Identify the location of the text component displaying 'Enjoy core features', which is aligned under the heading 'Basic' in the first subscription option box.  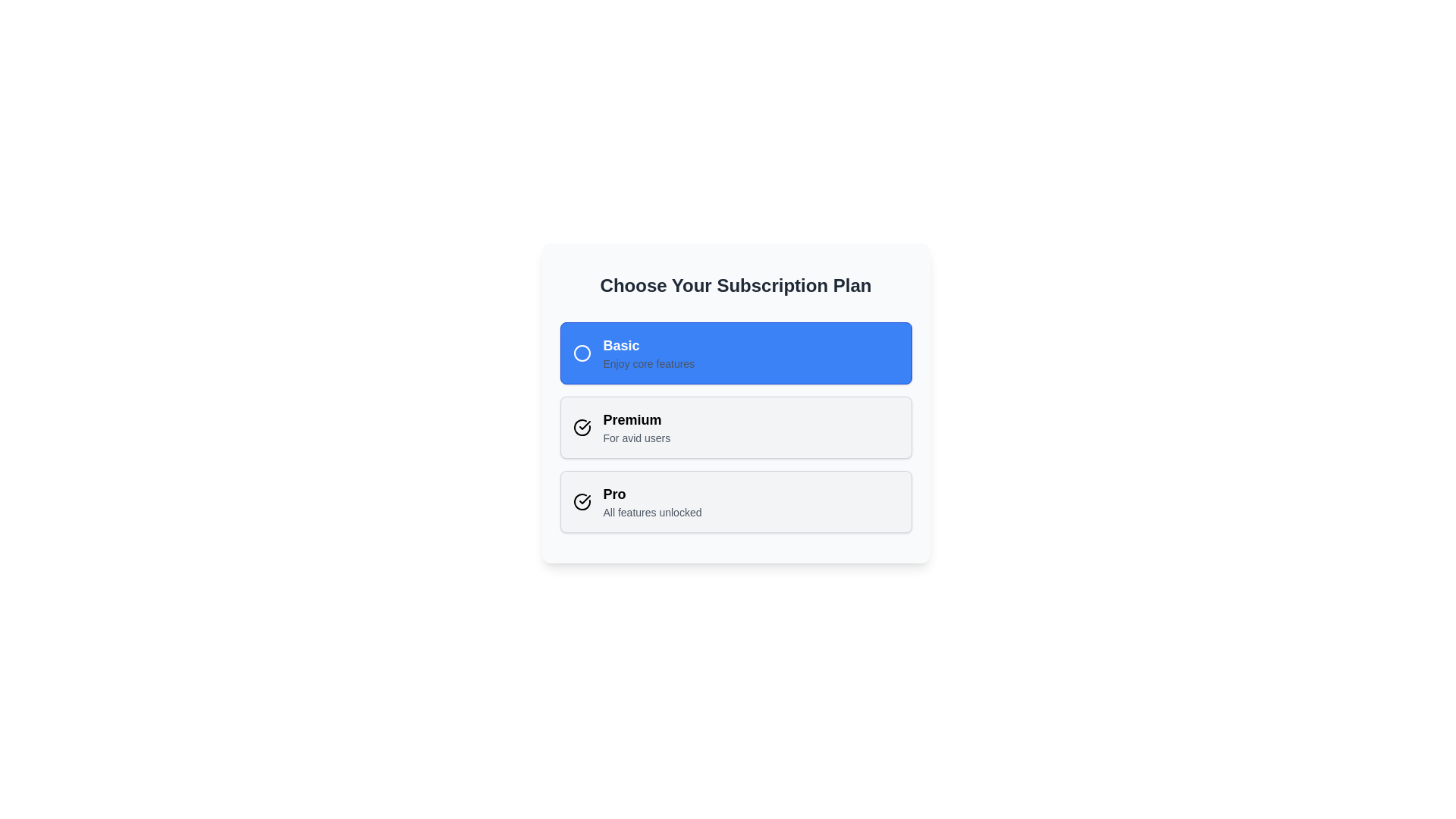
(648, 363).